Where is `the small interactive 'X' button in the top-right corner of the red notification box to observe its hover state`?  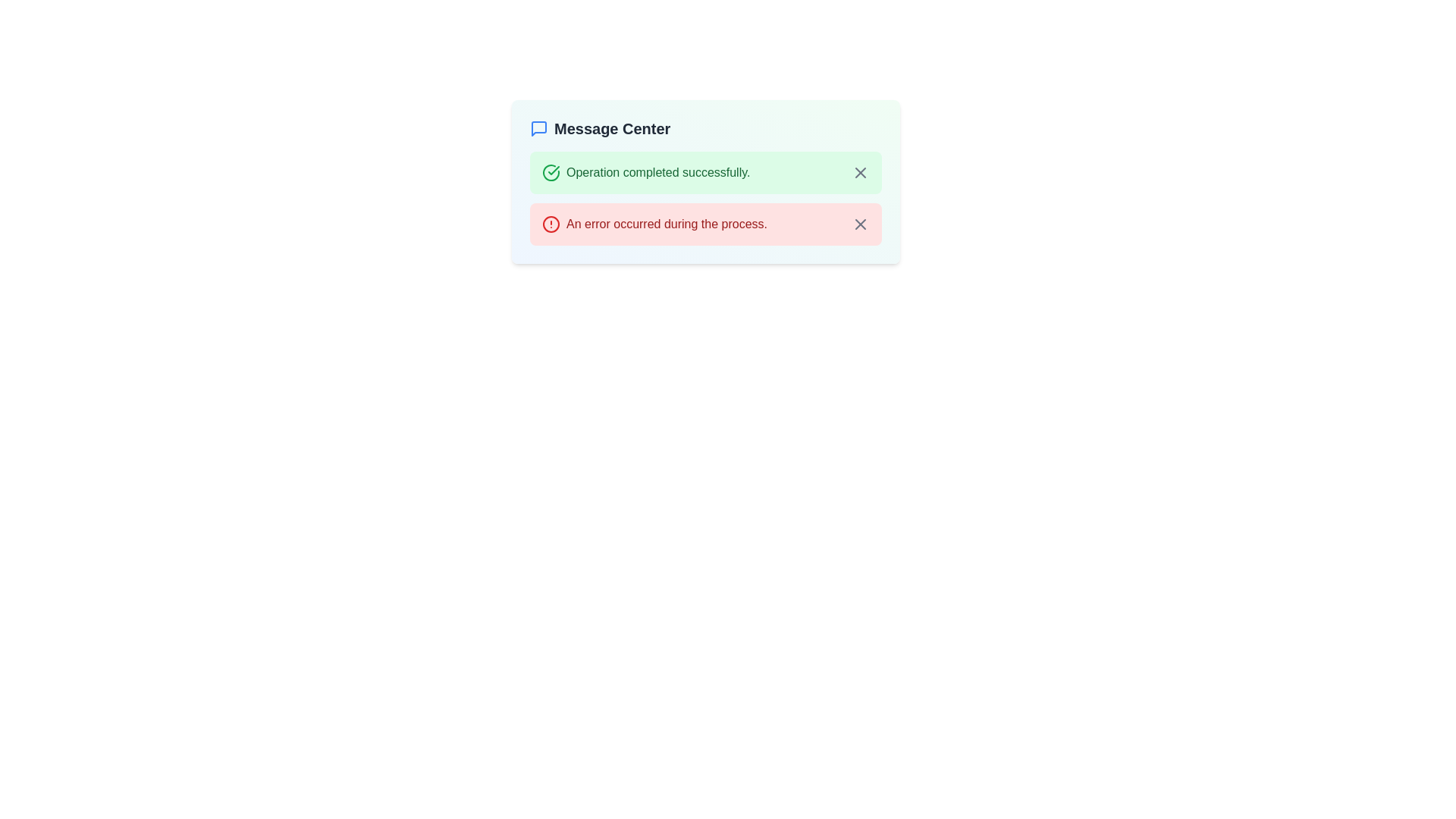 the small interactive 'X' button in the top-right corner of the red notification box to observe its hover state is located at coordinates (860, 224).